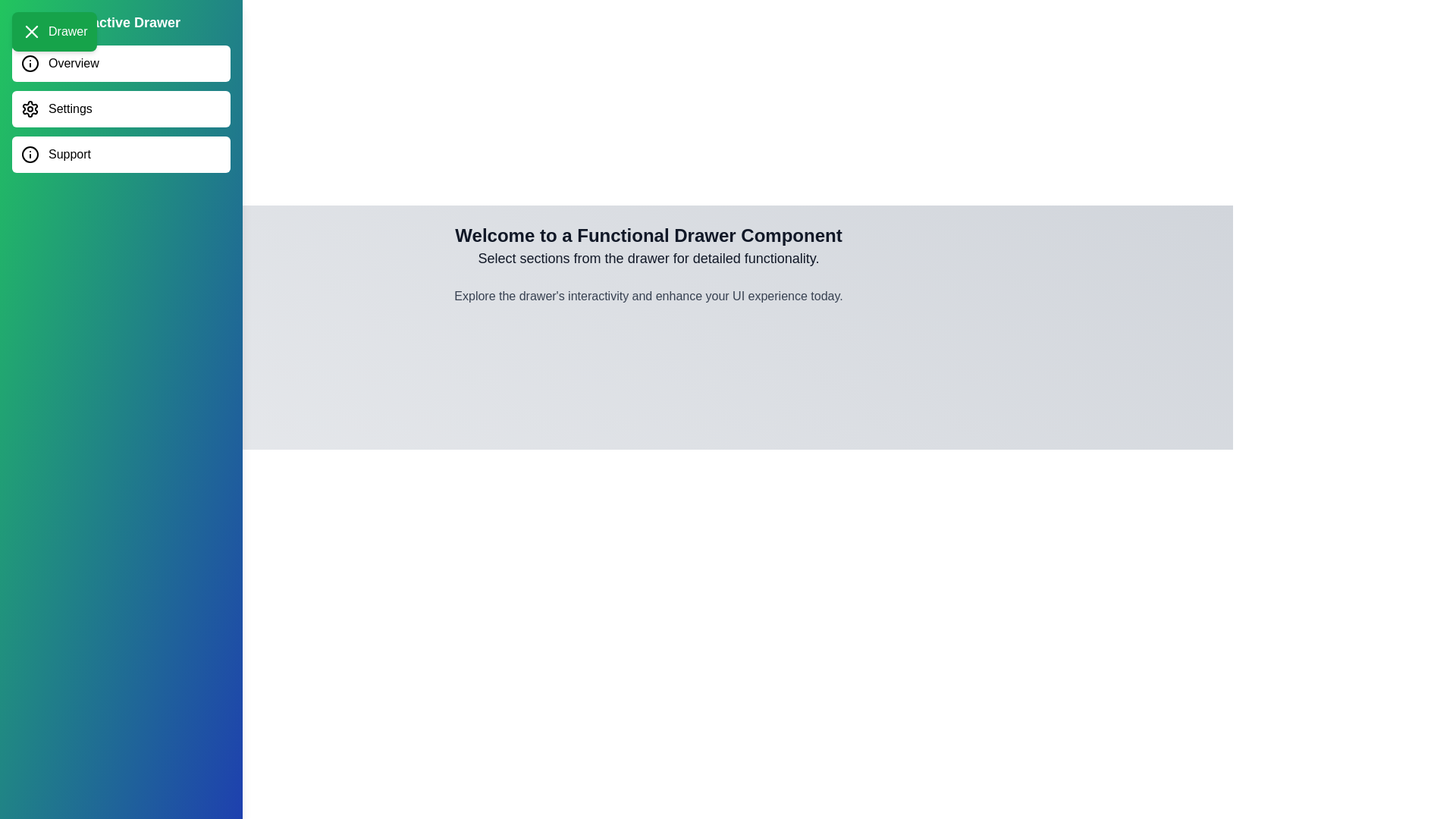 Image resolution: width=1456 pixels, height=819 pixels. I want to click on the menu item Settings in the drawer, so click(120, 108).